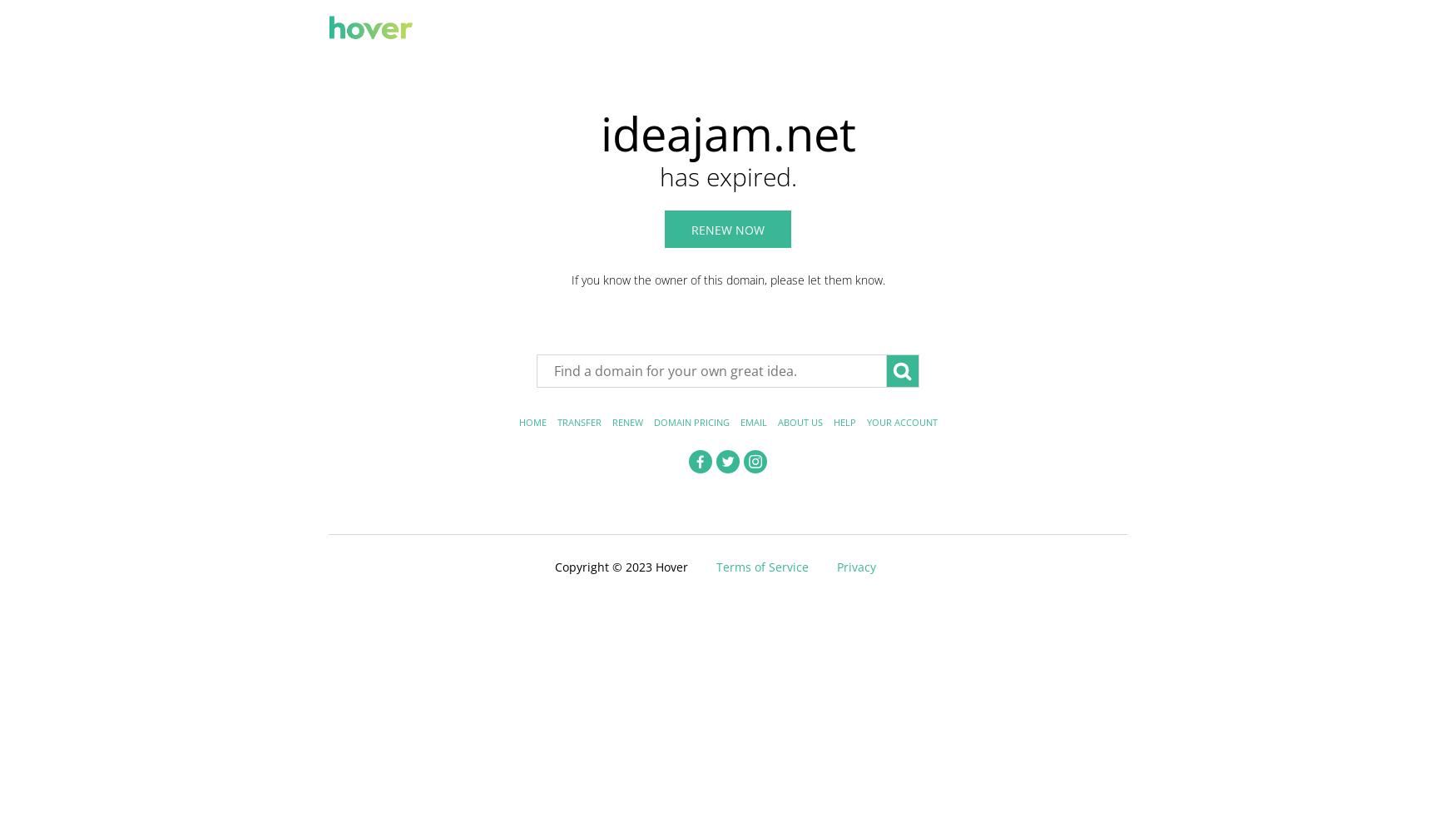 Image resolution: width=1456 pixels, height=832 pixels. What do you see at coordinates (518, 422) in the screenshot?
I see `'Home'` at bounding box center [518, 422].